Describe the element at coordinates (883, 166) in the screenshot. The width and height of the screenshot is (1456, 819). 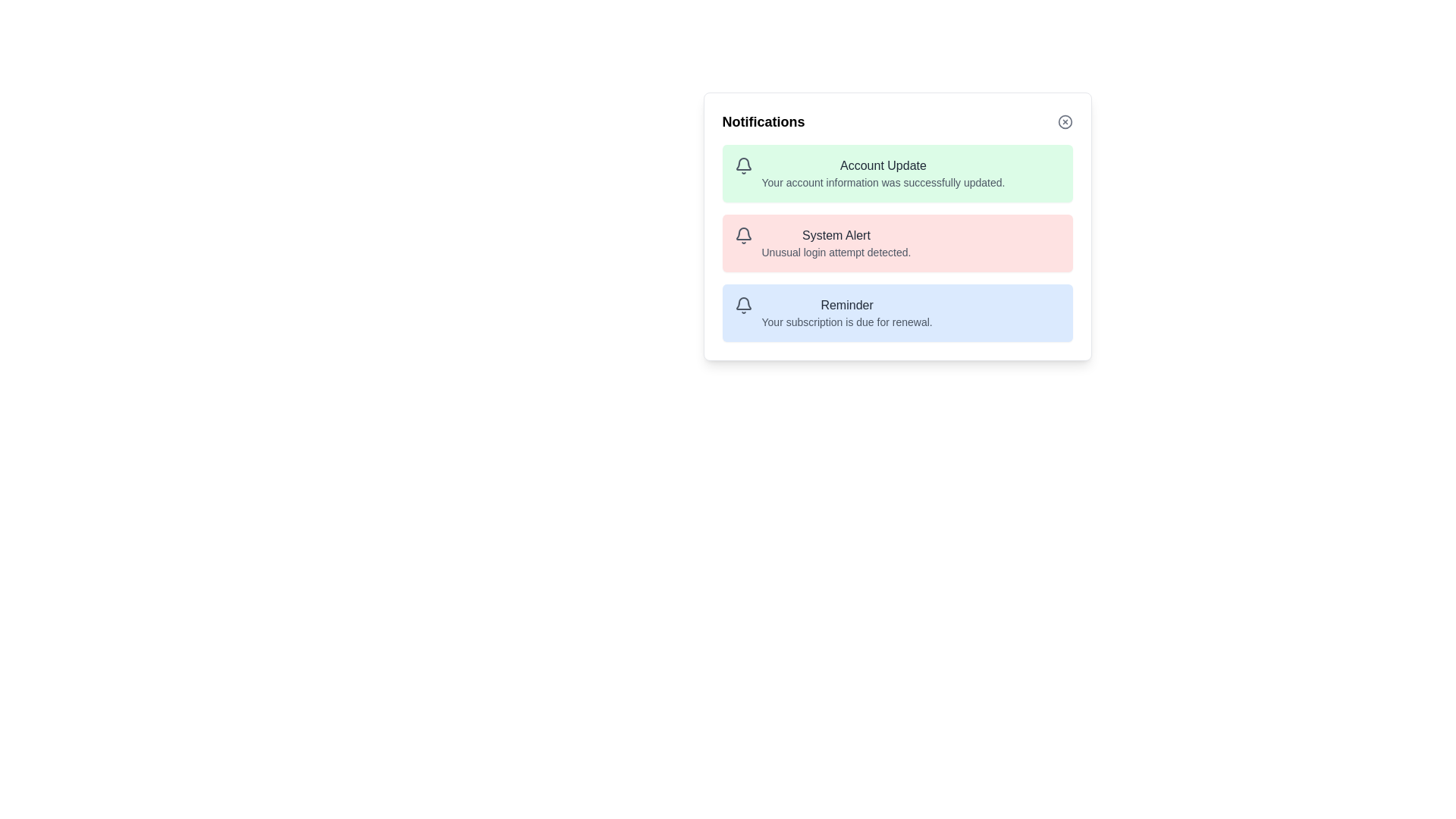
I see `the static text label that reads 'Account Update', which is styled with a medium font weight on a green background in the notification list` at that location.